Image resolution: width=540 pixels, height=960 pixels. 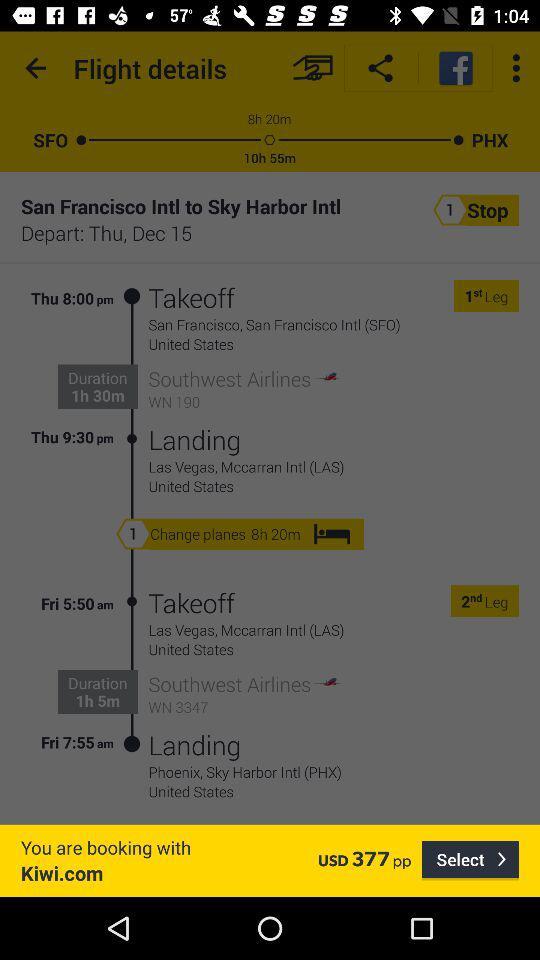 What do you see at coordinates (476, 295) in the screenshot?
I see `the icon to the left of leg` at bounding box center [476, 295].